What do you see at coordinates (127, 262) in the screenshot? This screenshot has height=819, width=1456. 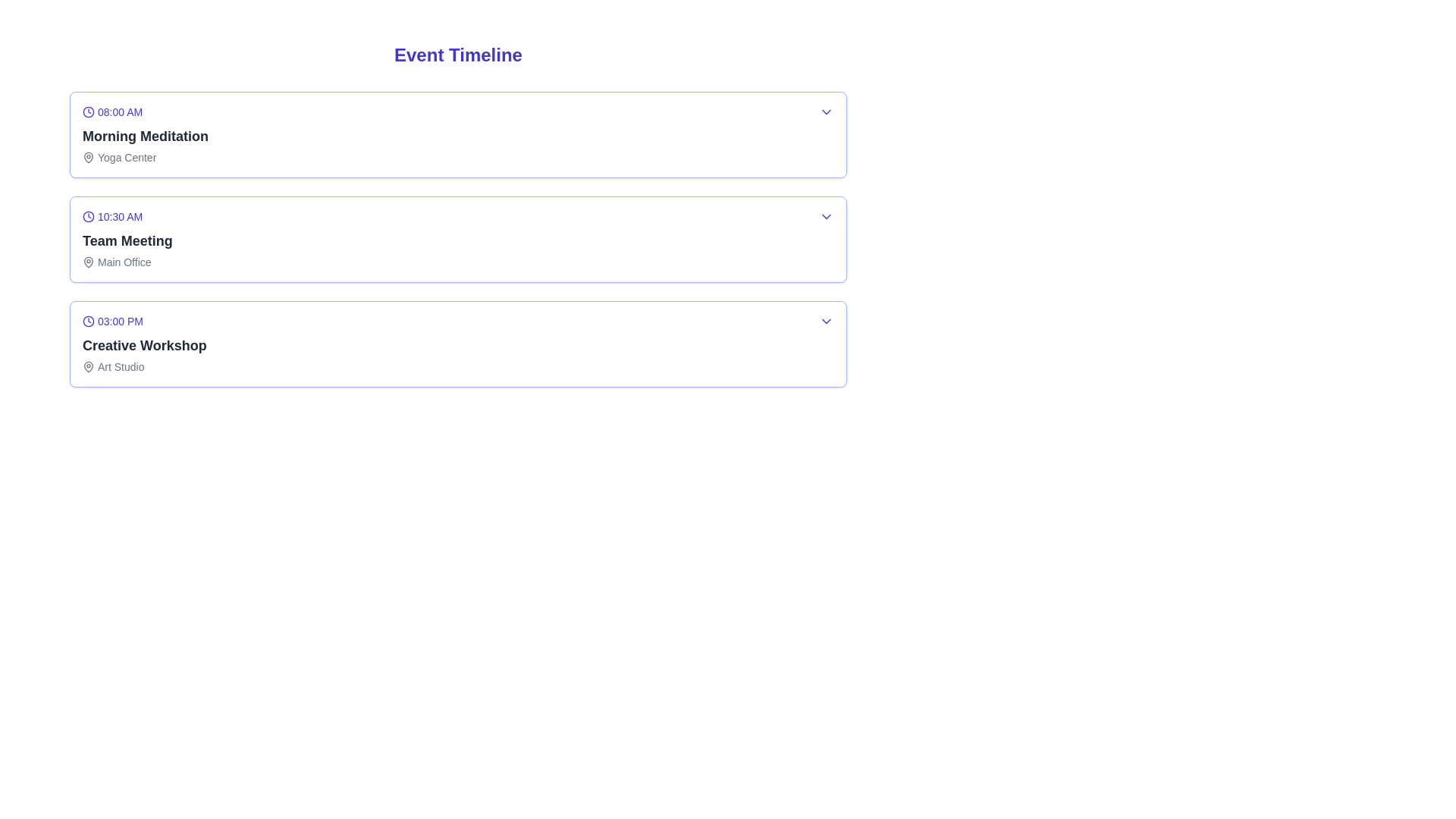 I see `text of the label with an icon located beneath the 'Team Meeting' heading, aligned with the map pin icon and below the timestamp '10:30 AM'` at bounding box center [127, 262].